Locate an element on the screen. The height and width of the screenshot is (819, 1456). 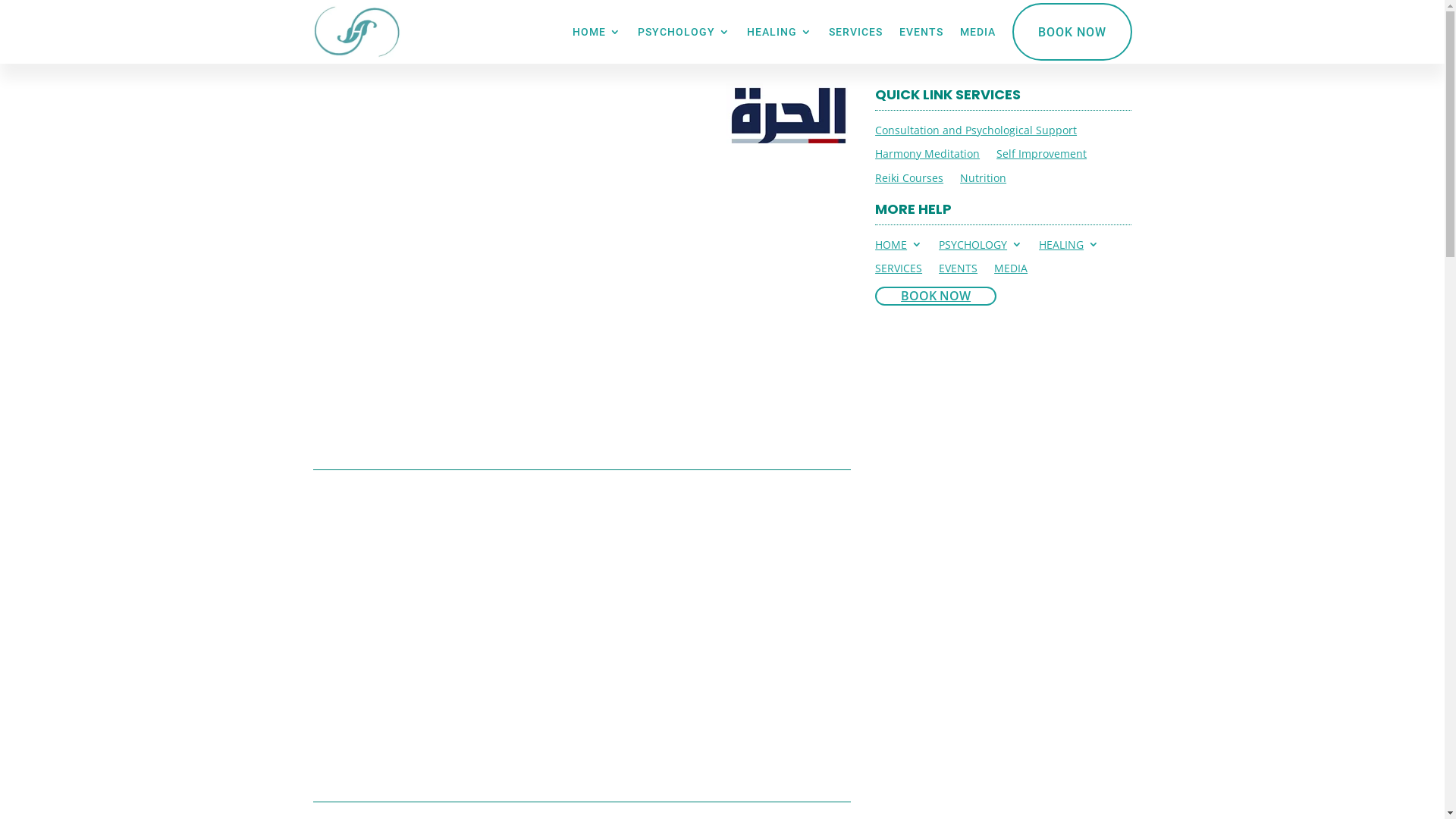
'MEDIA' is located at coordinates (959, 32).